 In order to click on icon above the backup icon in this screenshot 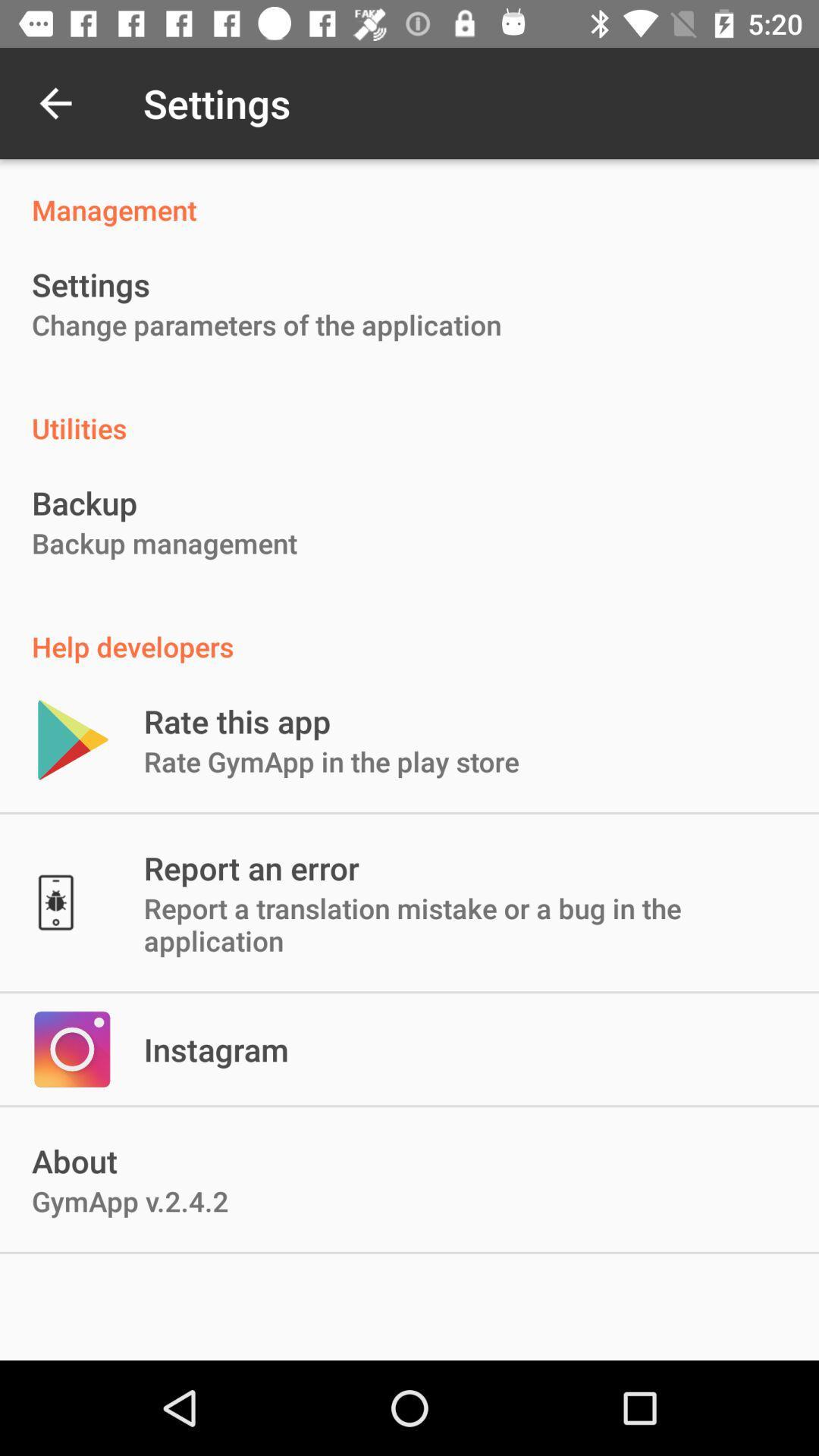, I will do `click(409, 412)`.